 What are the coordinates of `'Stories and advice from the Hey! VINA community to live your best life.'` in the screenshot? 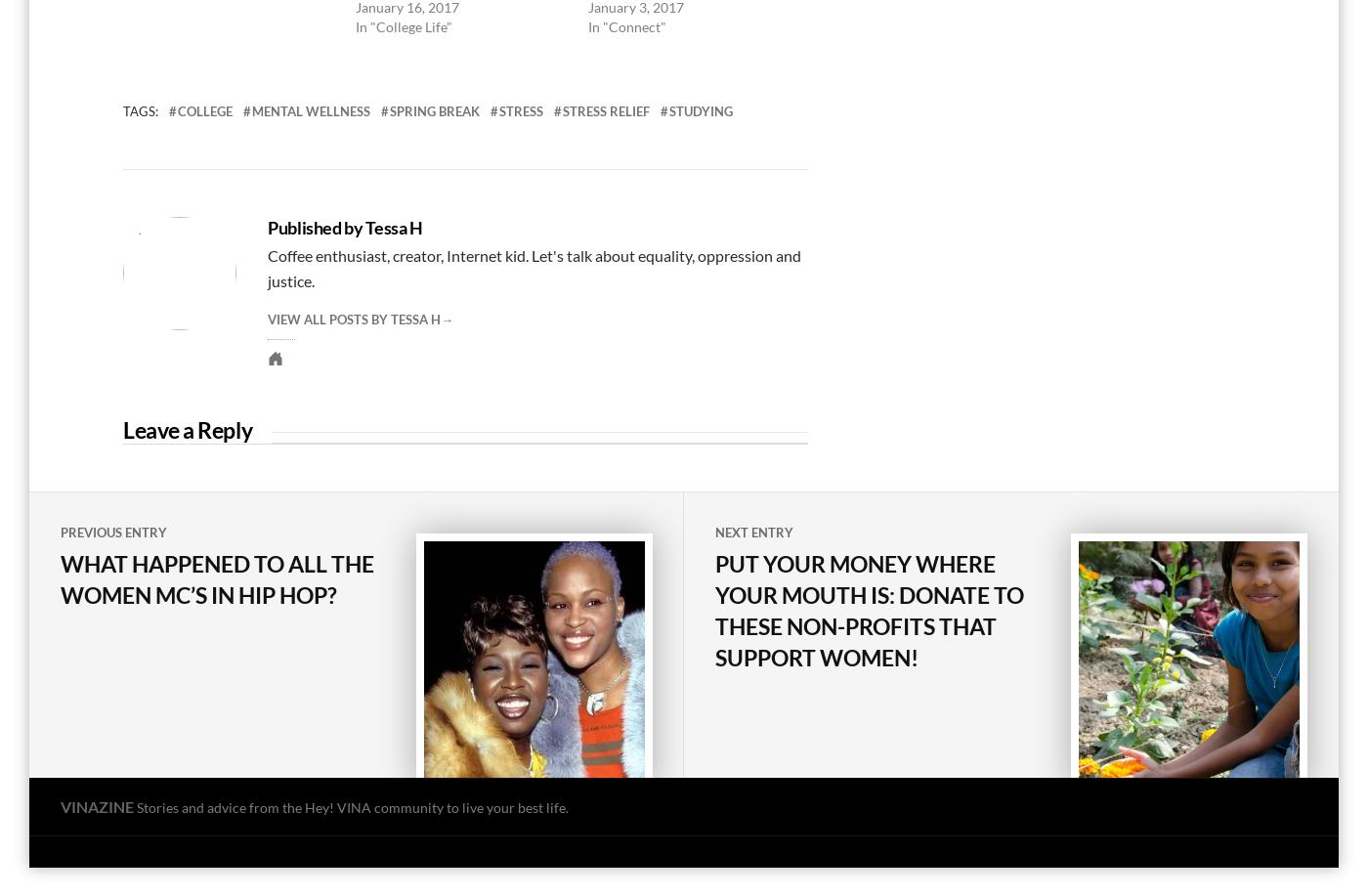 It's located at (353, 806).